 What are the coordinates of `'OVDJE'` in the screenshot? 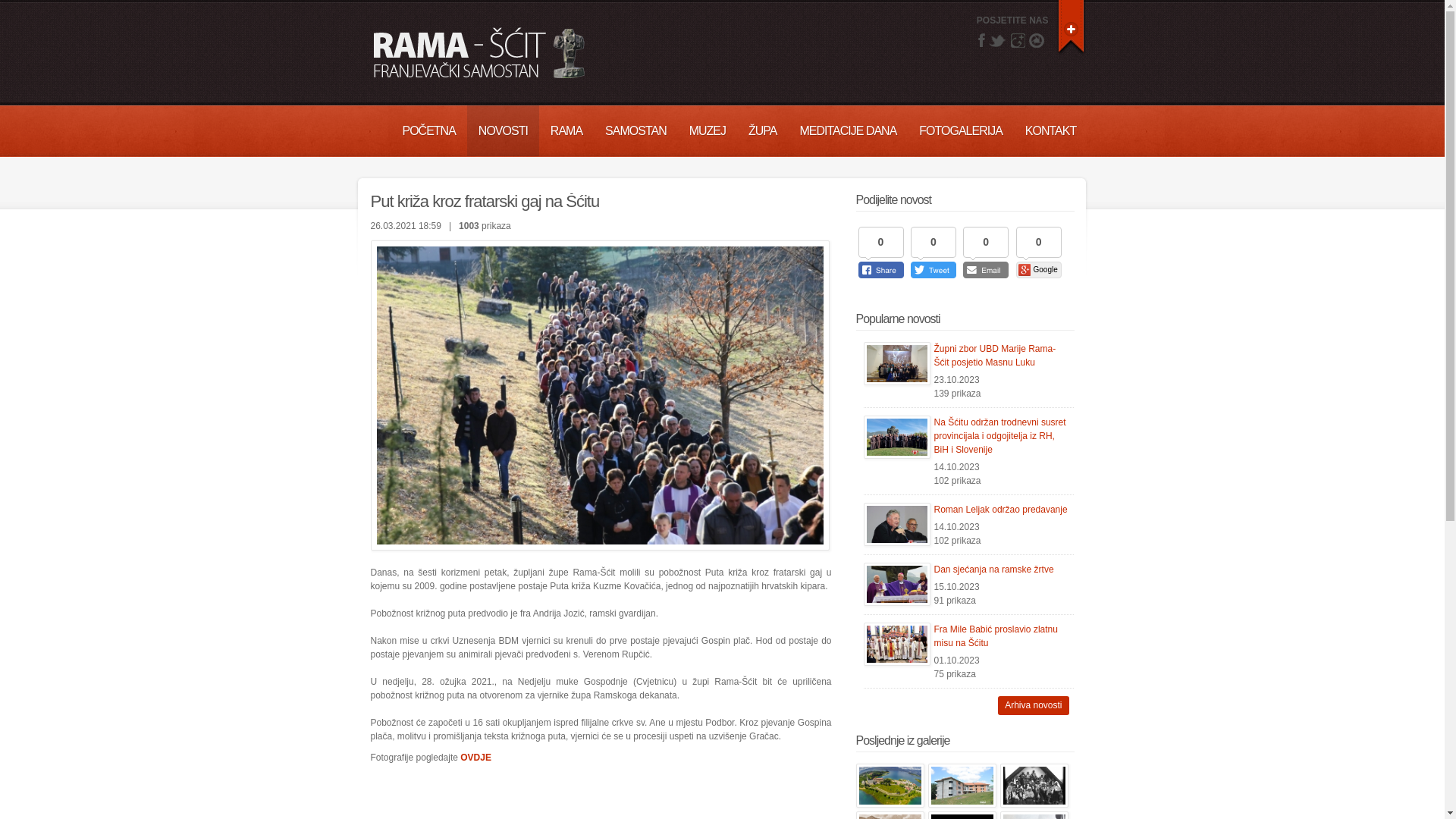 It's located at (475, 758).